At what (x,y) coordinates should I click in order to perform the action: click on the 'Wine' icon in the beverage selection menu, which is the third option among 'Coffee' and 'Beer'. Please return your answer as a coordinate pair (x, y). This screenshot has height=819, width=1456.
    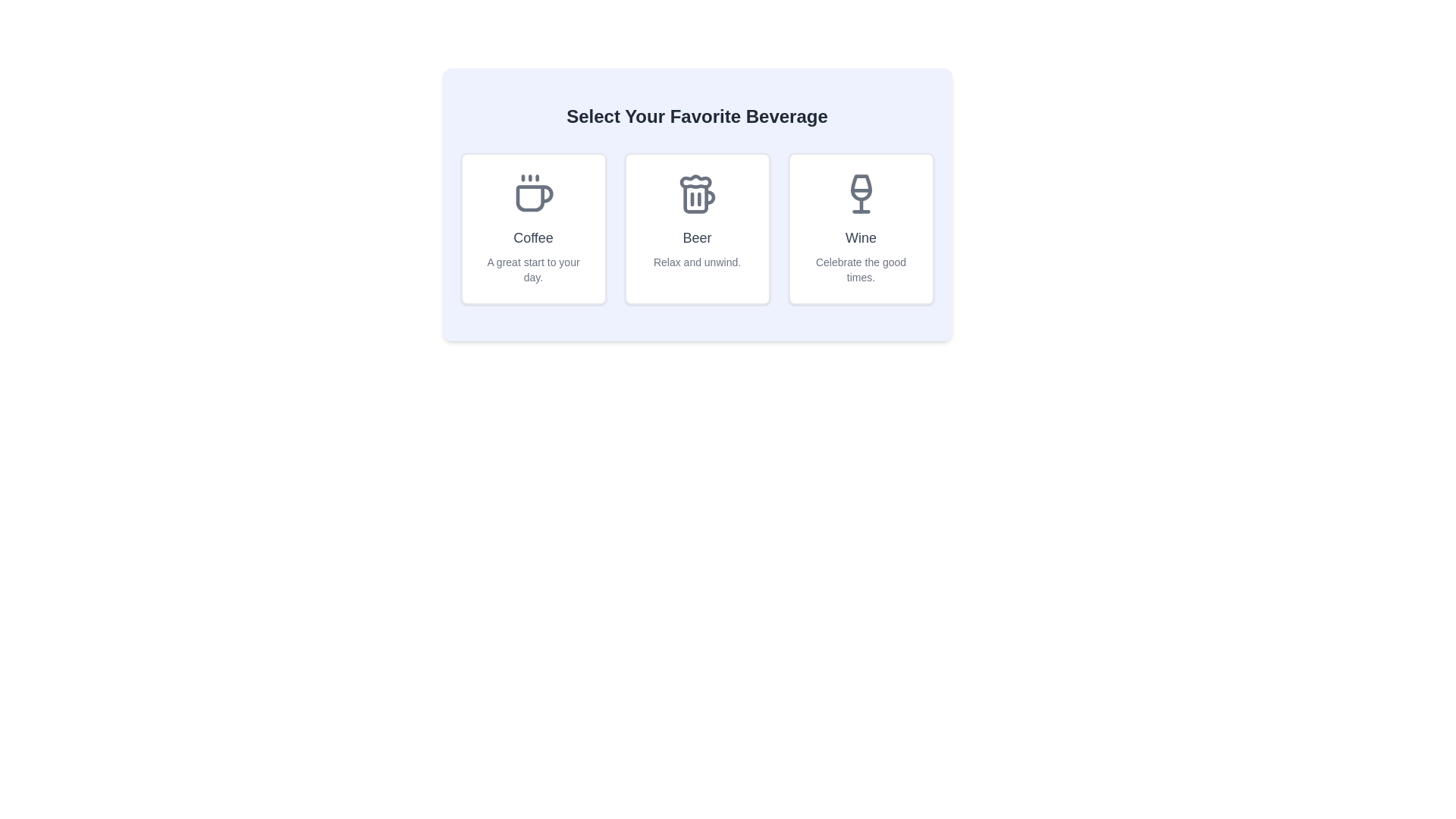
    Looking at the image, I should click on (861, 187).